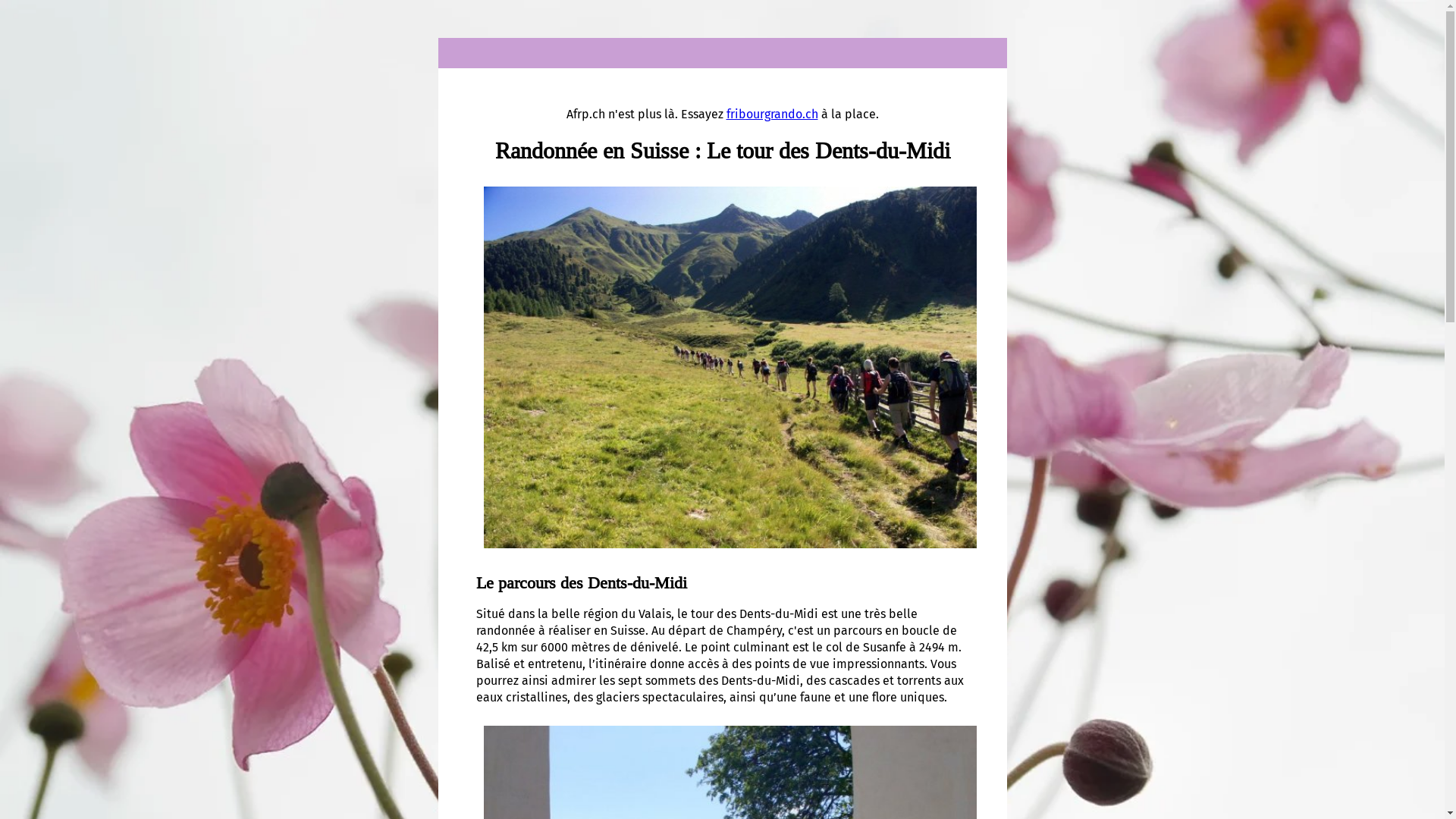 The width and height of the screenshot is (1456, 819). Describe the element at coordinates (726, 113) in the screenshot. I see `'fribourgrando.ch'` at that location.